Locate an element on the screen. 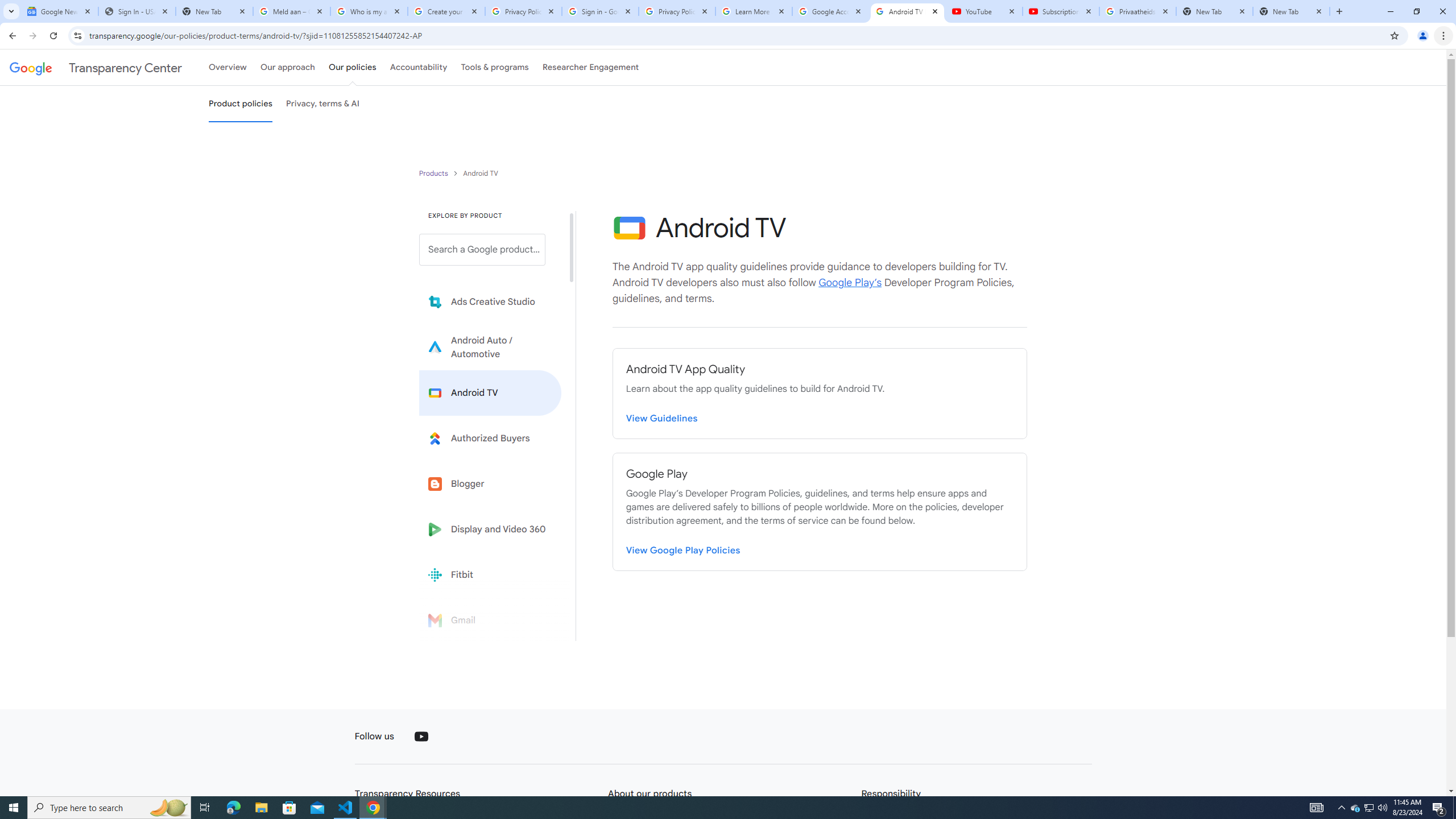  'Transparency Center' is located at coordinates (95, 67).